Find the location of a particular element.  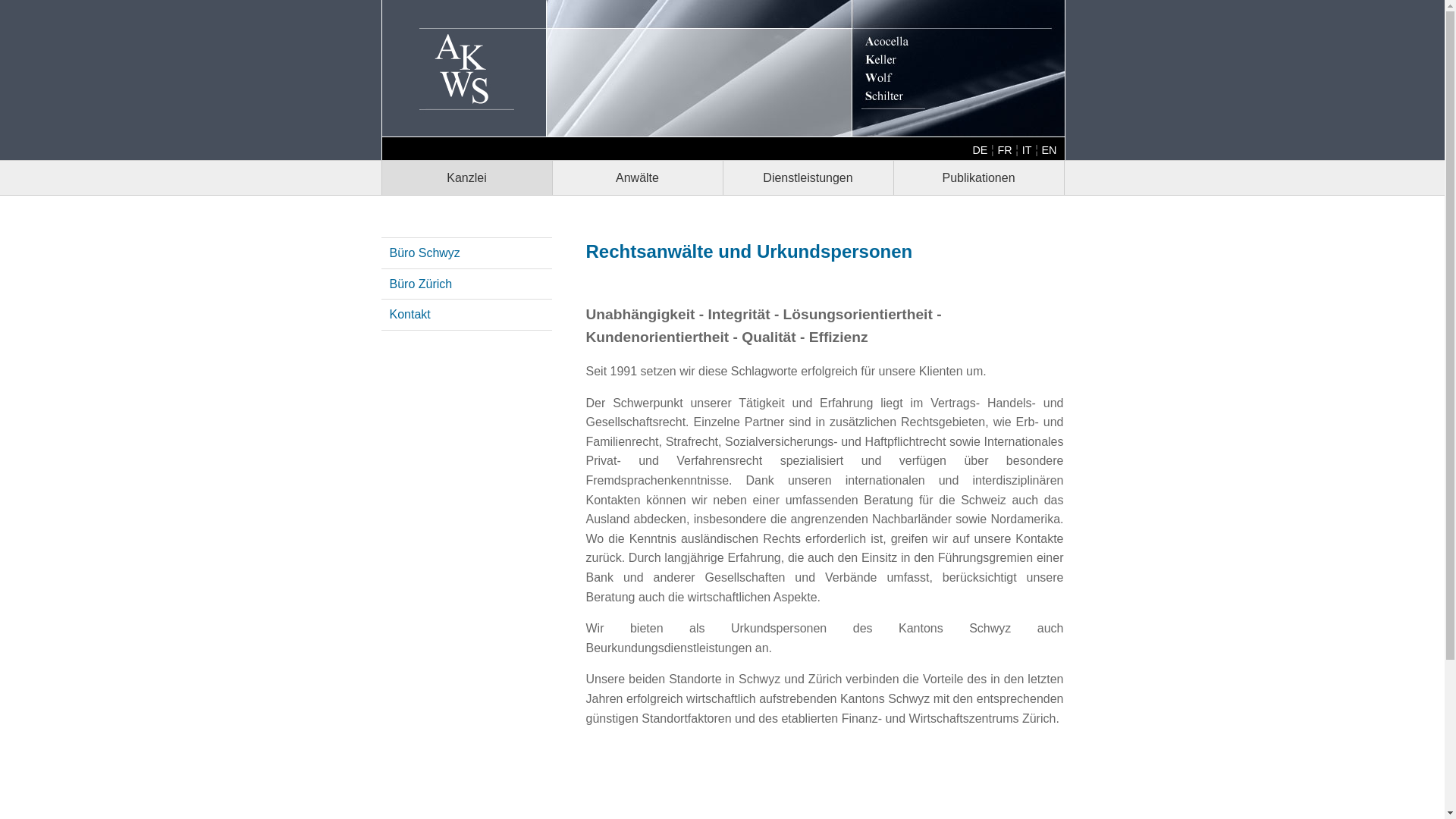

'Kanzlei' is located at coordinates (382, 177).